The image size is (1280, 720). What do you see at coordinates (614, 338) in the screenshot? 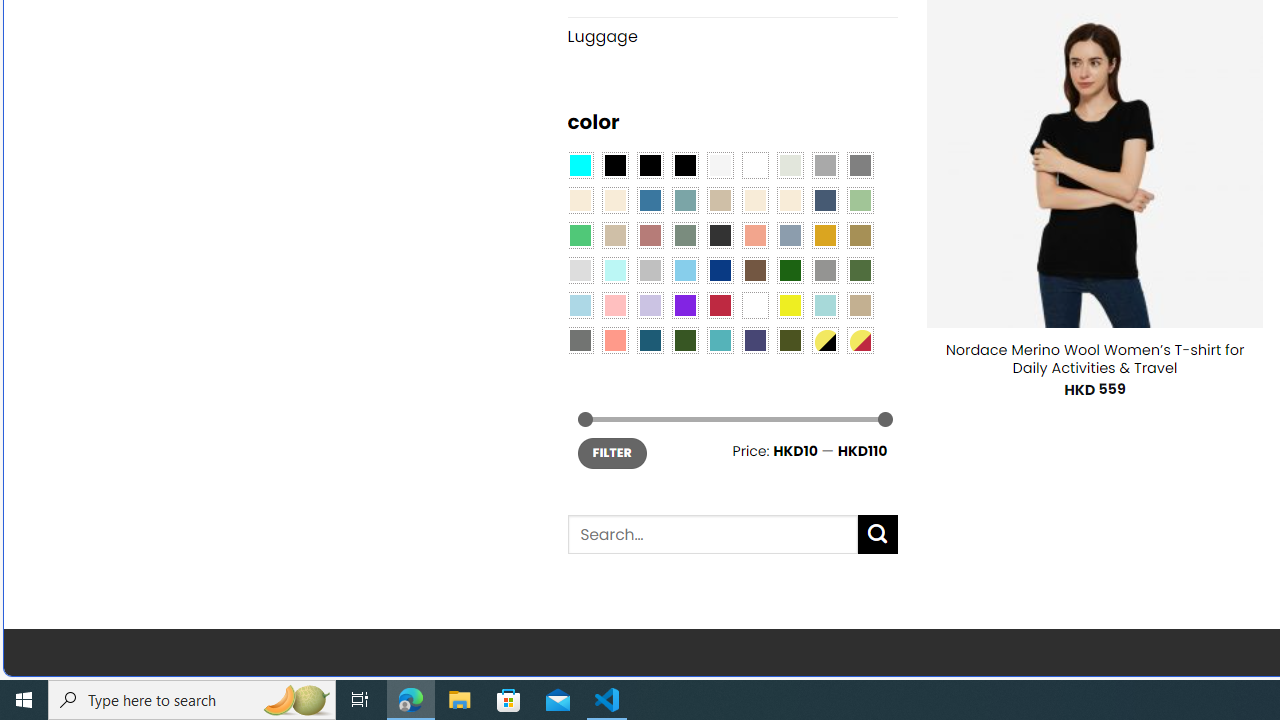
I see `'Peach Pink'` at bounding box center [614, 338].